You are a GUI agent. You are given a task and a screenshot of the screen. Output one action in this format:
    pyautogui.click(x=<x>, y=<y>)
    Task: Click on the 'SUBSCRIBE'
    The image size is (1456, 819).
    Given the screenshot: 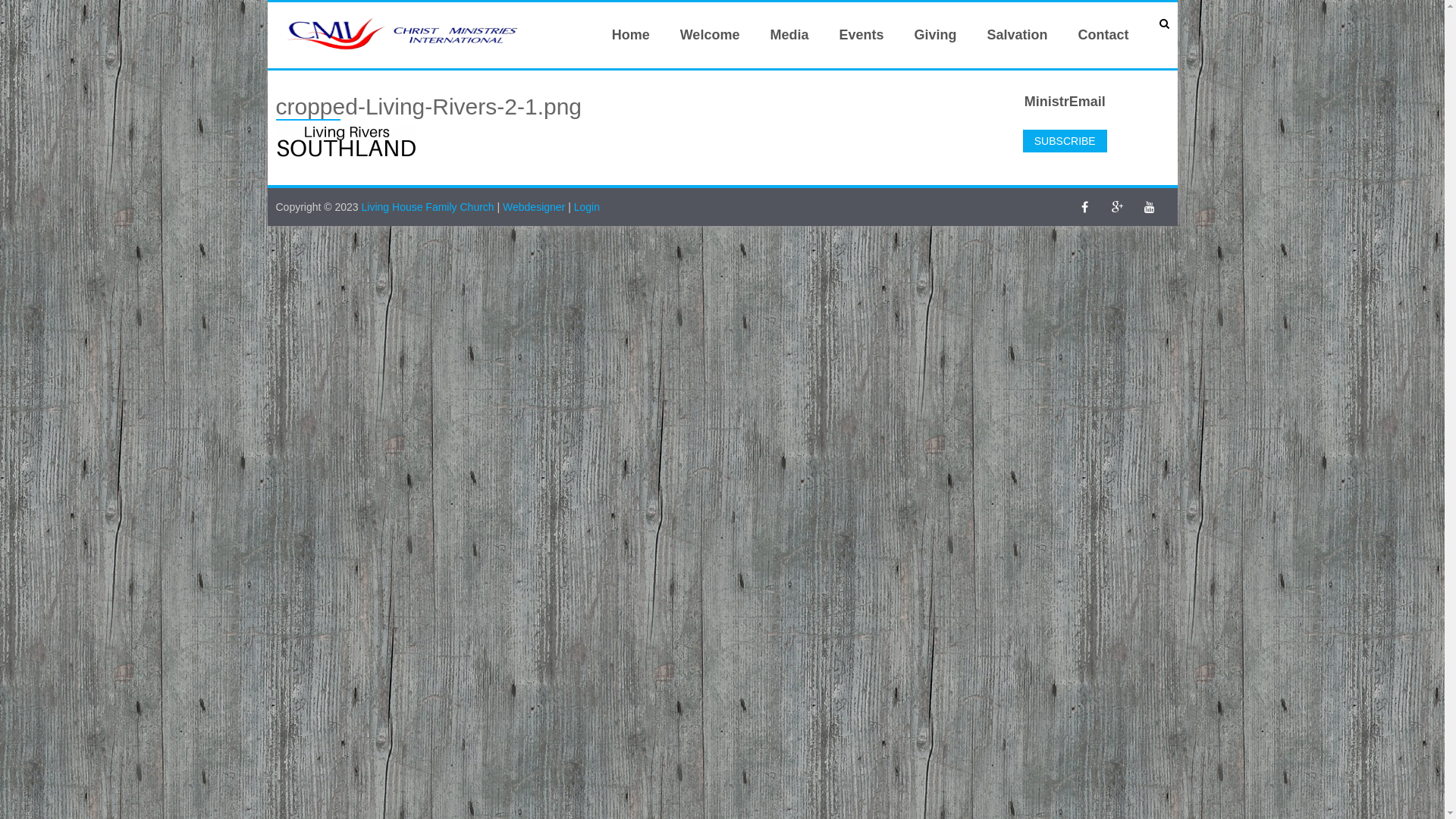 What is the action you would take?
    pyautogui.click(x=1064, y=140)
    